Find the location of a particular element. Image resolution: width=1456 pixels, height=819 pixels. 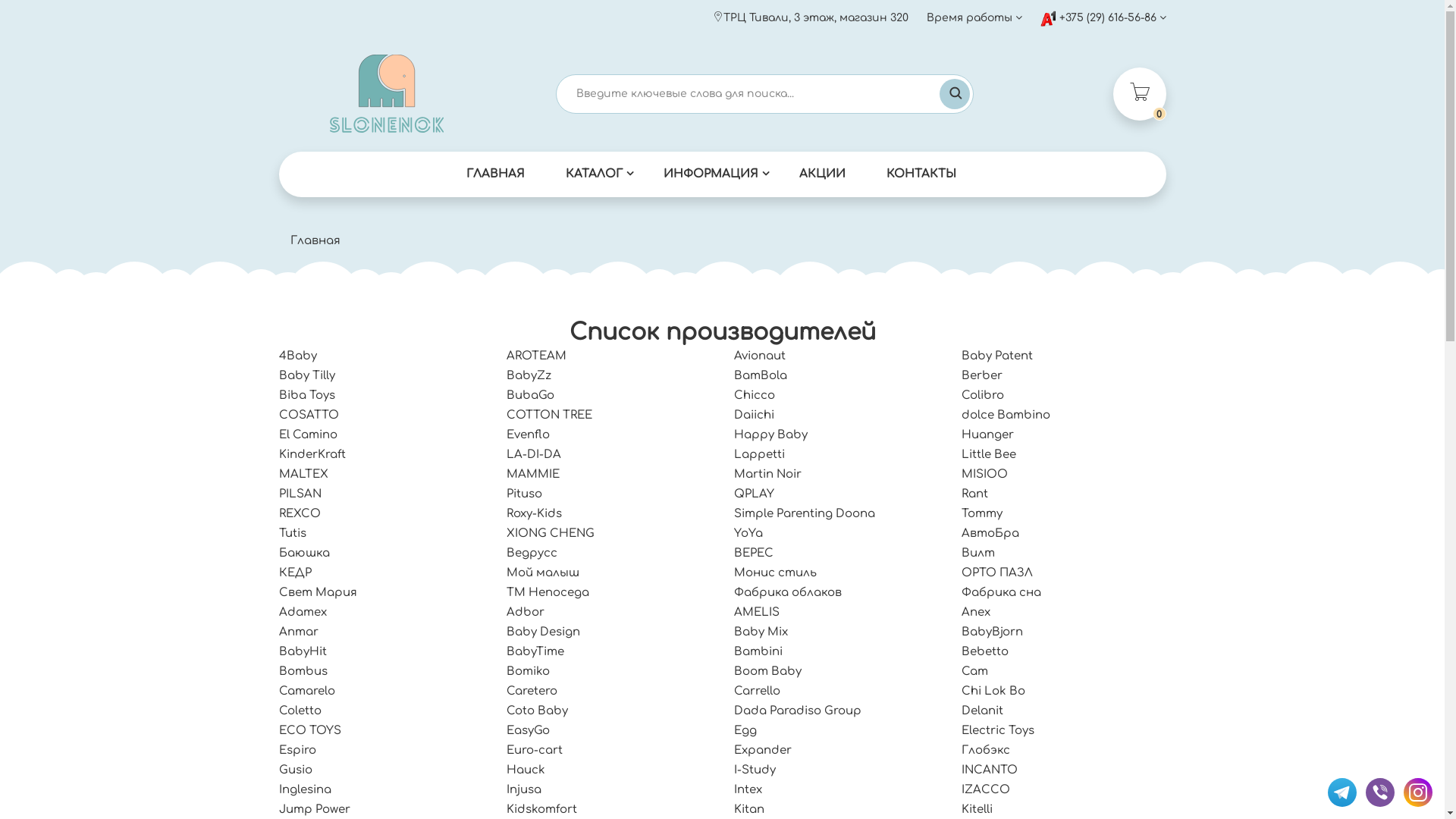

'BabyBjorn' is located at coordinates (992, 632).